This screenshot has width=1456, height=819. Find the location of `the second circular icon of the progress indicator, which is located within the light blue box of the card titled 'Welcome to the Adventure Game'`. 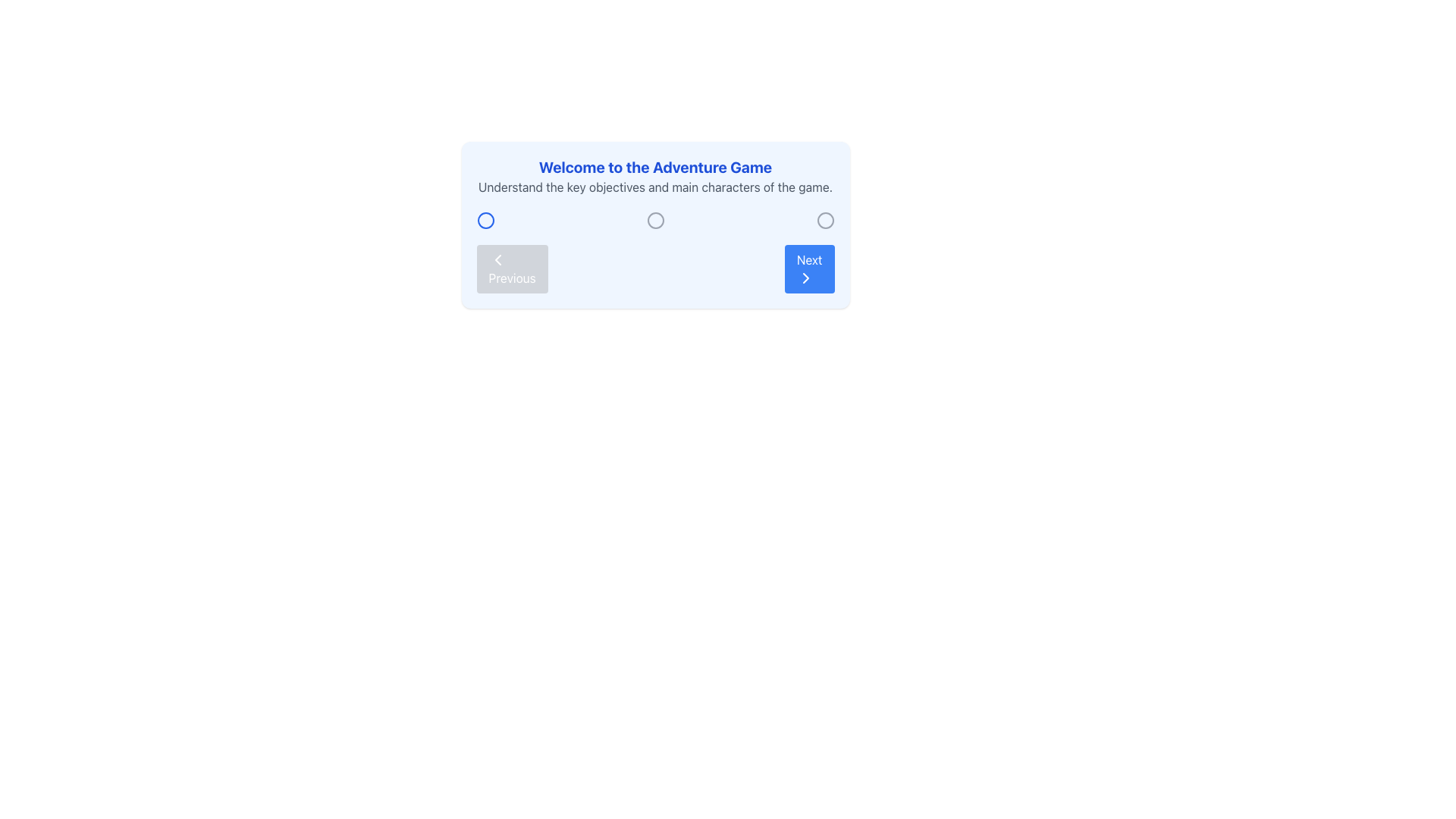

the second circular icon of the progress indicator, which is located within the light blue box of the card titled 'Welcome to the Adventure Game' is located at coordinates (655, 220).